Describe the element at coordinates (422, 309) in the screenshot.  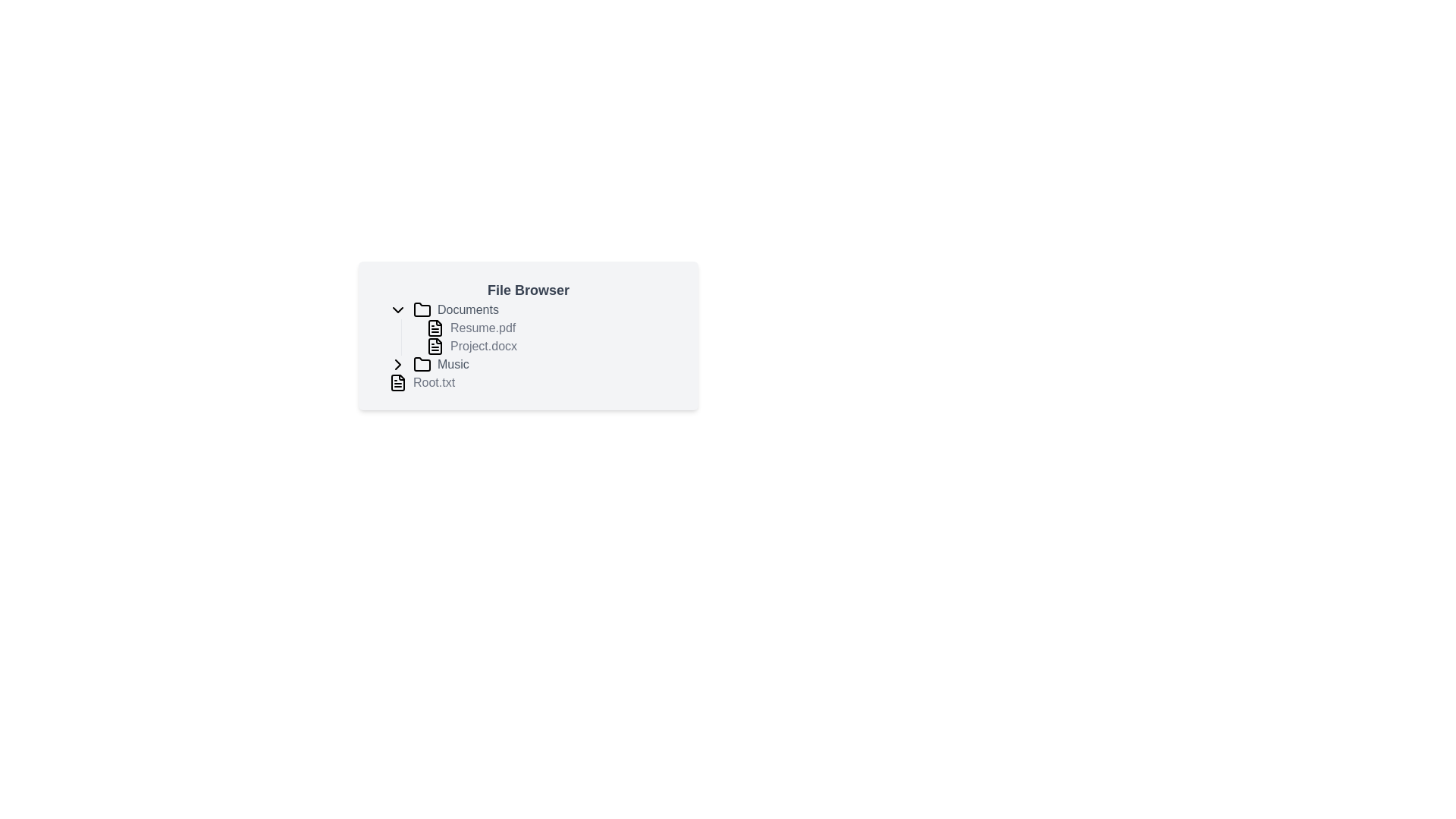
I see `the folder icon in the file browser interface, which is styled as a minimalistic folder with a left-side tab, positioned to the left of the 'Documents' label` at that location.